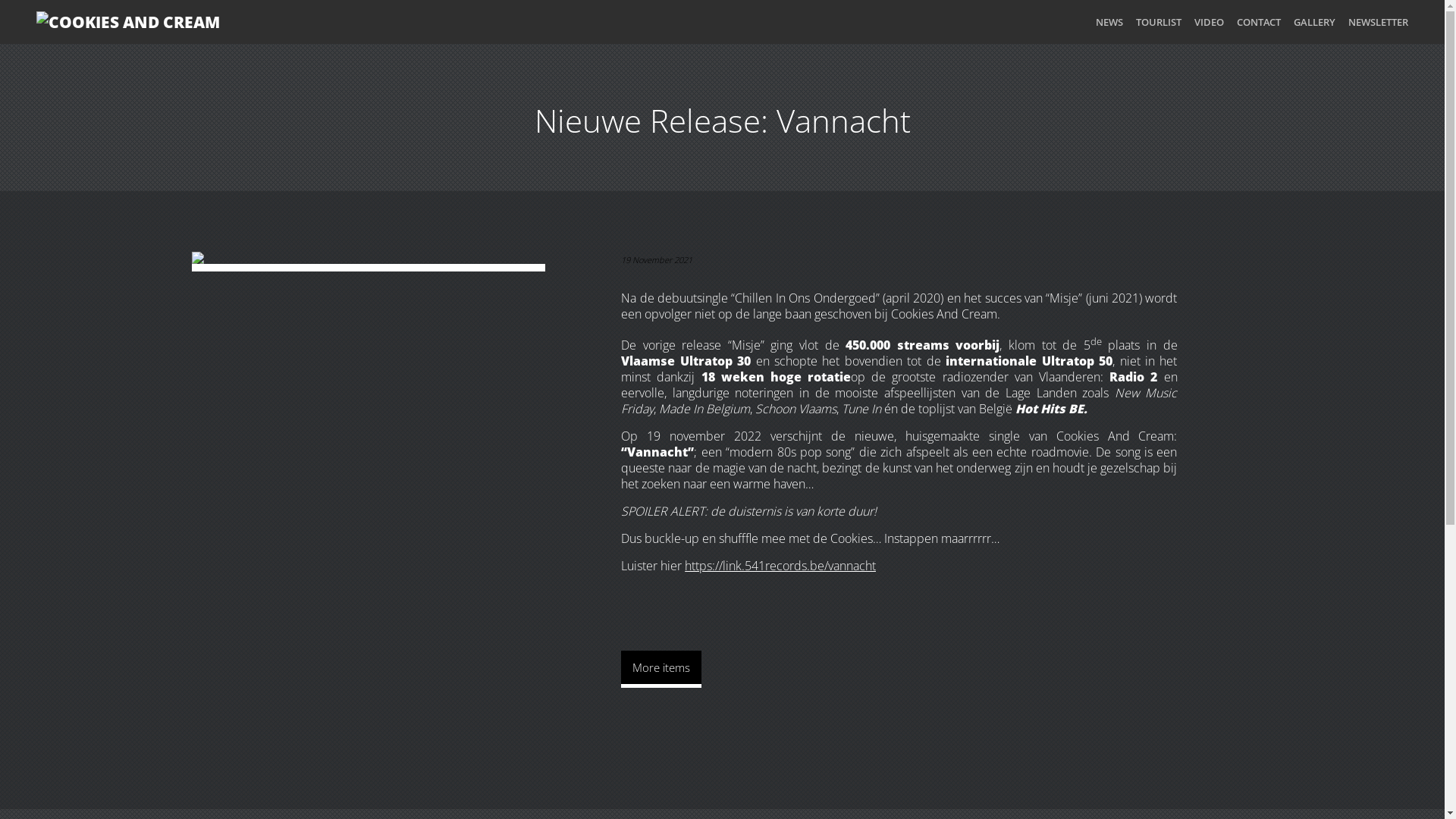 This screenshot has height=819, width=1456. I want to click on 'NEWS', so click(1109, 22).